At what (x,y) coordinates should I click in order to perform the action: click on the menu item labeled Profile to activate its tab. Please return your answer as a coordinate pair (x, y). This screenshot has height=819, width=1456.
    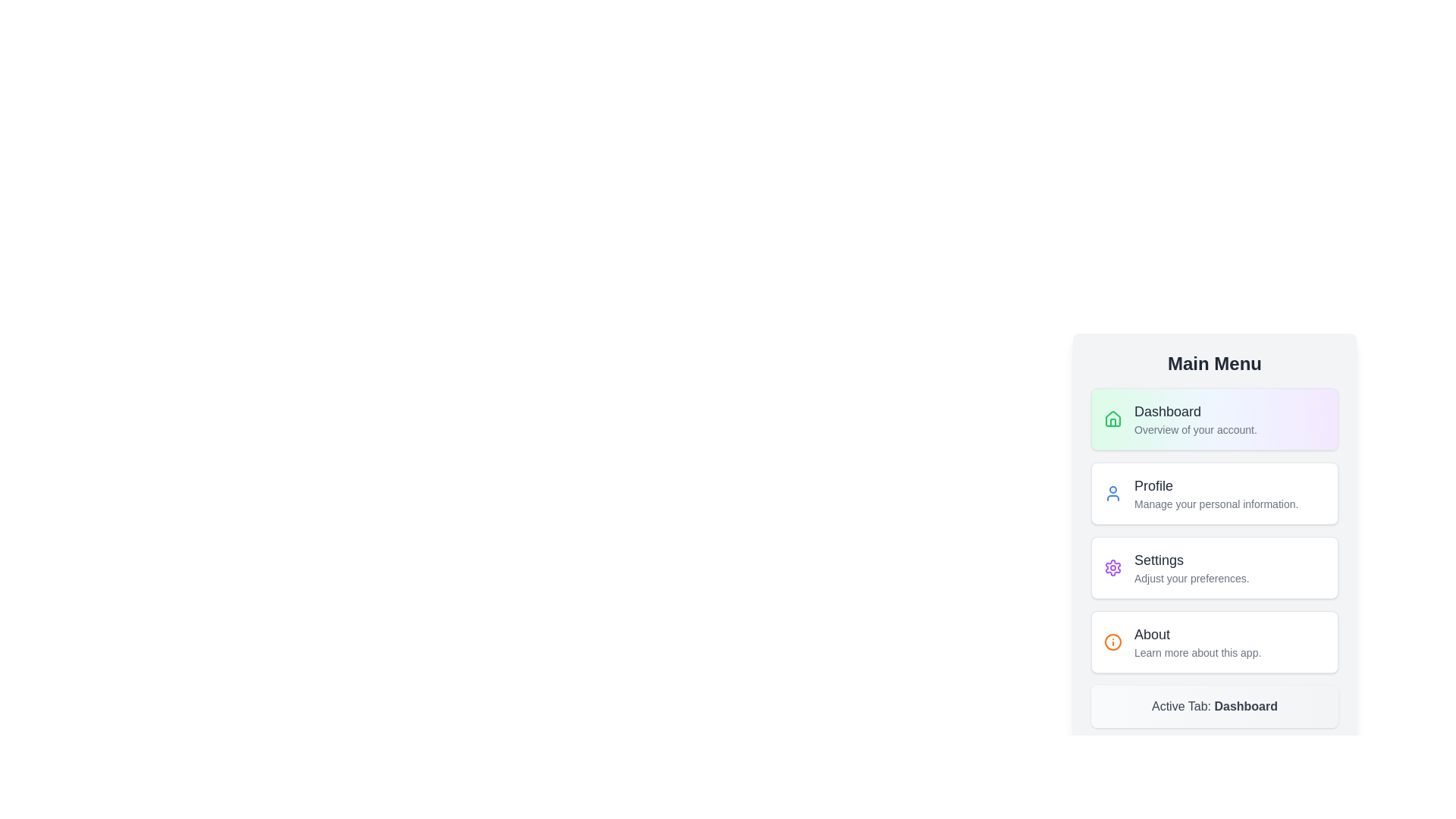
    Looking at the image, I should click on (1215, 494).